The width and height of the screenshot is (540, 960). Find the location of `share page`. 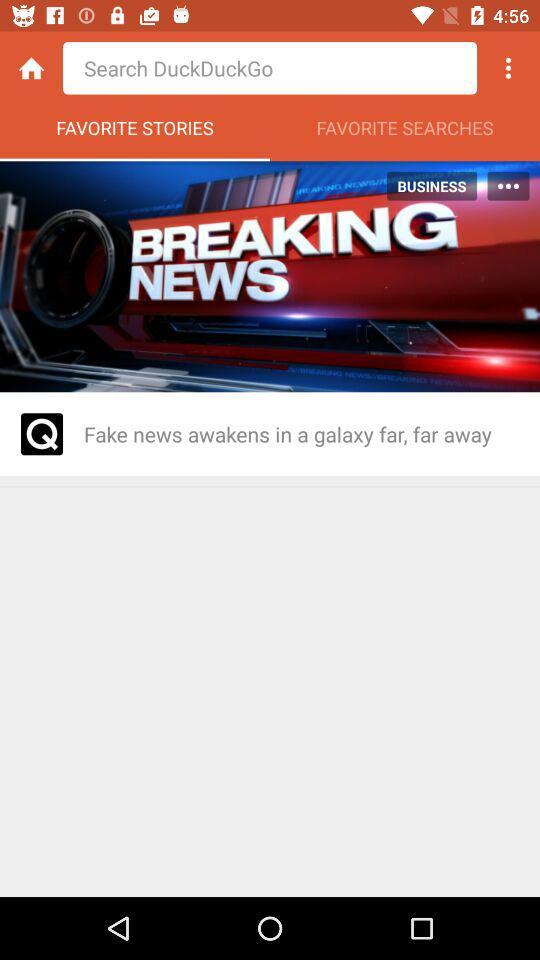

share page is located at coordinates (508, 68).